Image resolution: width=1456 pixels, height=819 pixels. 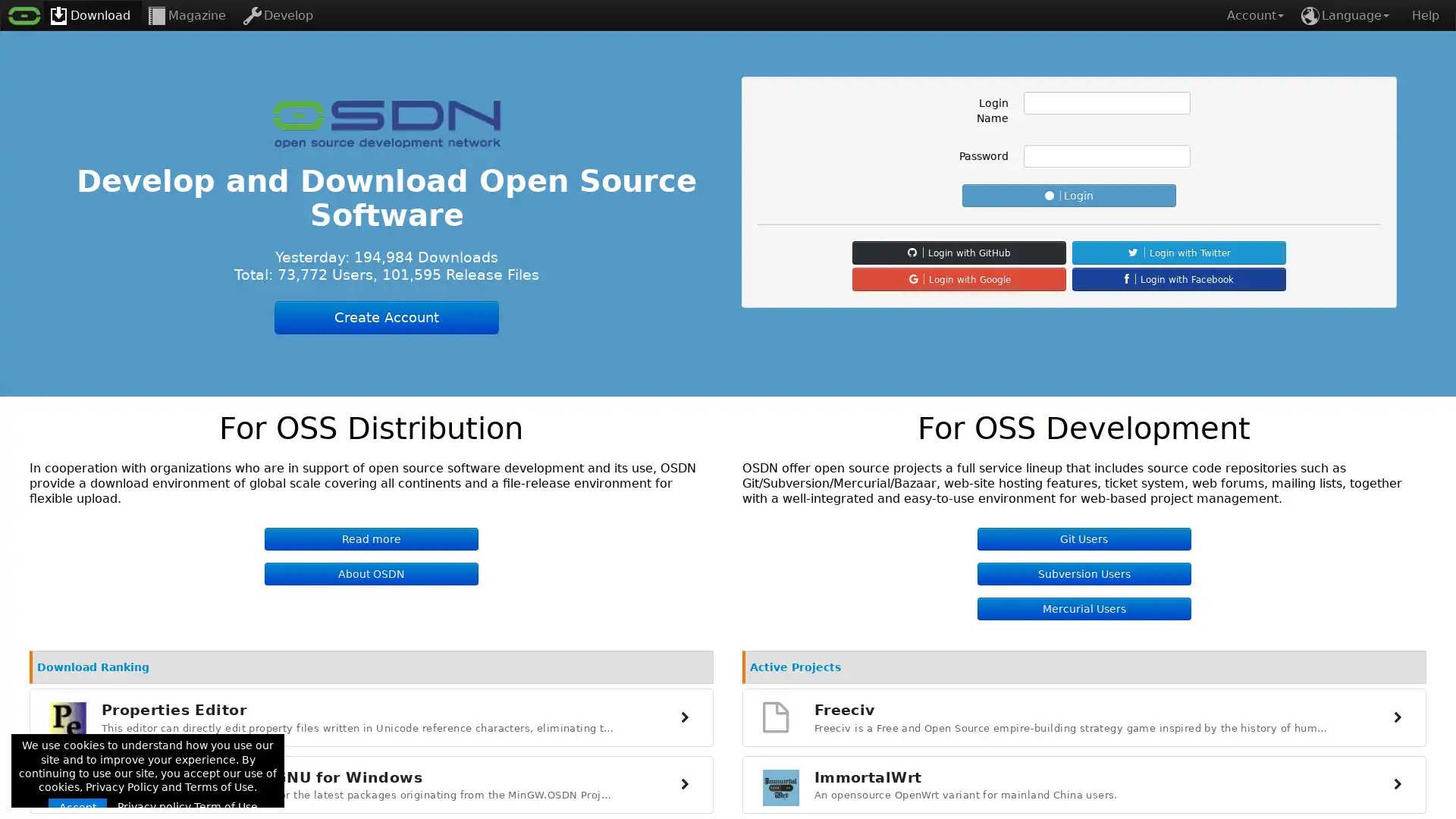 What do you see at coordinates (1068, 195) in the screenshot?
I see `Login` at bounding box center [1068, 195].